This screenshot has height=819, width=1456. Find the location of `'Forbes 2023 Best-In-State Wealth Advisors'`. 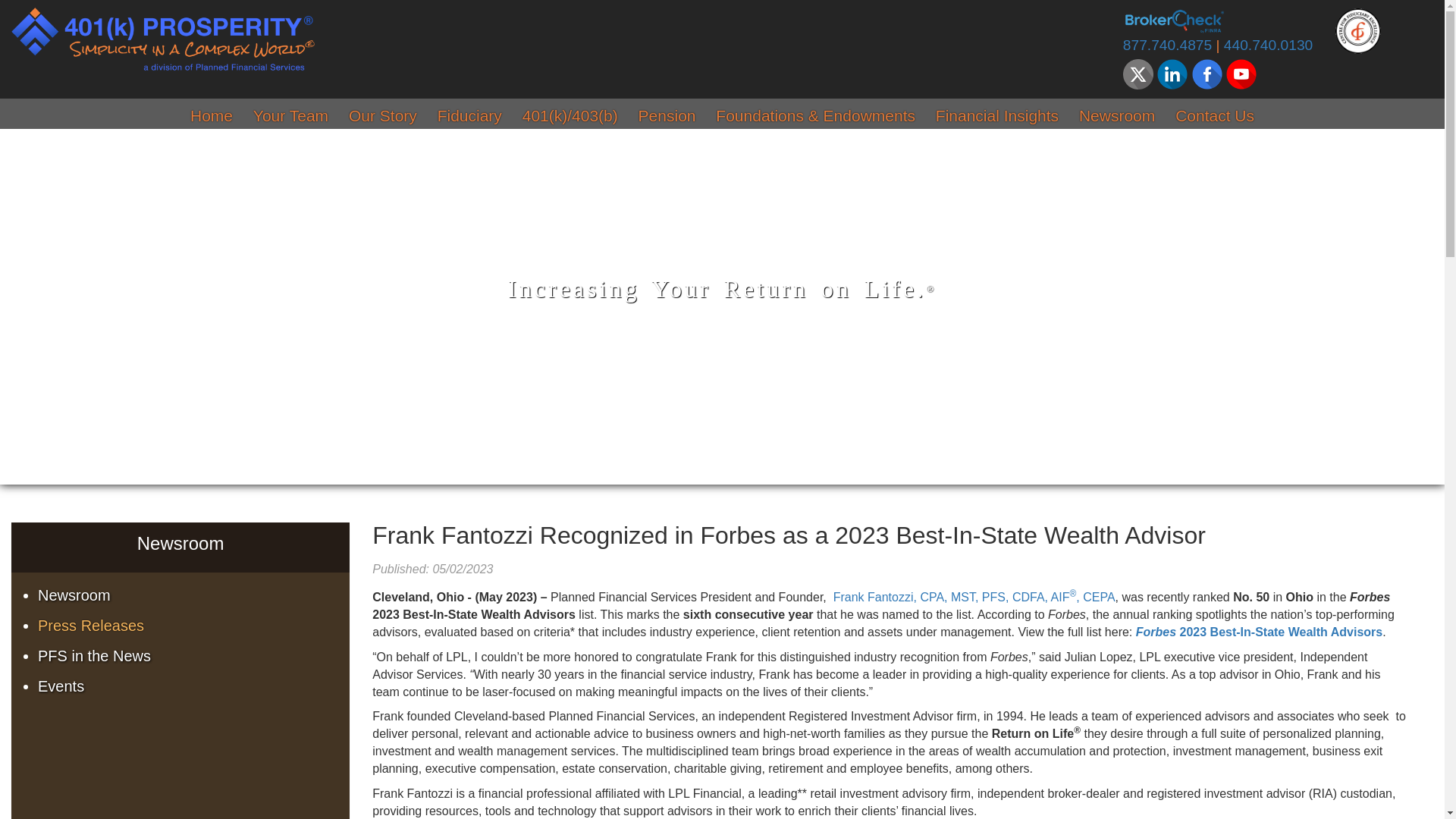

'Forbes 2023 Best-In-State Wealth Advisors' is located at coordinates (1259, 632).